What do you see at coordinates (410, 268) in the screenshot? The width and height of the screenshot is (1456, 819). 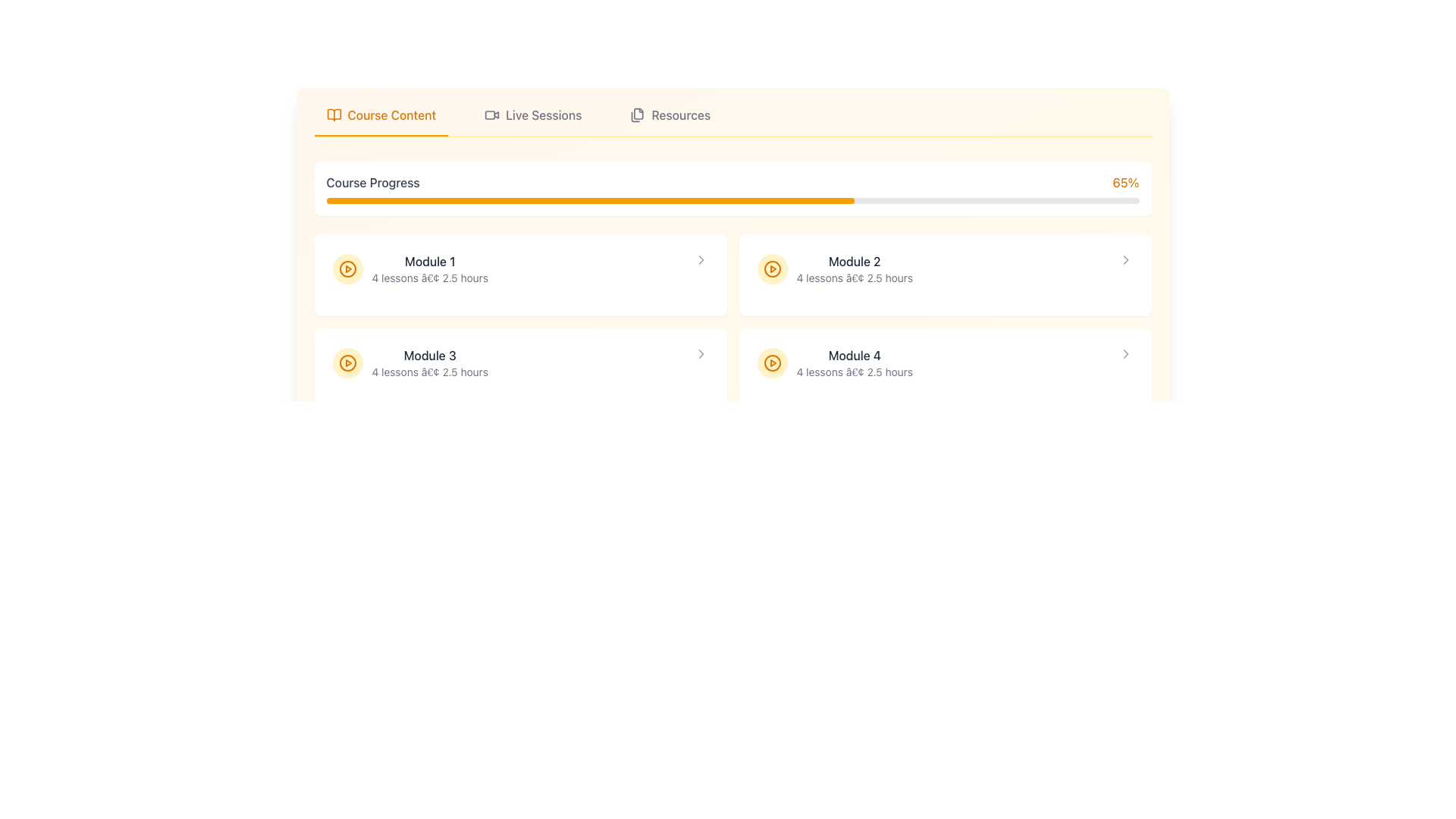 I see `the descriptive text section of the first module block` at bounding box center [410, 268].